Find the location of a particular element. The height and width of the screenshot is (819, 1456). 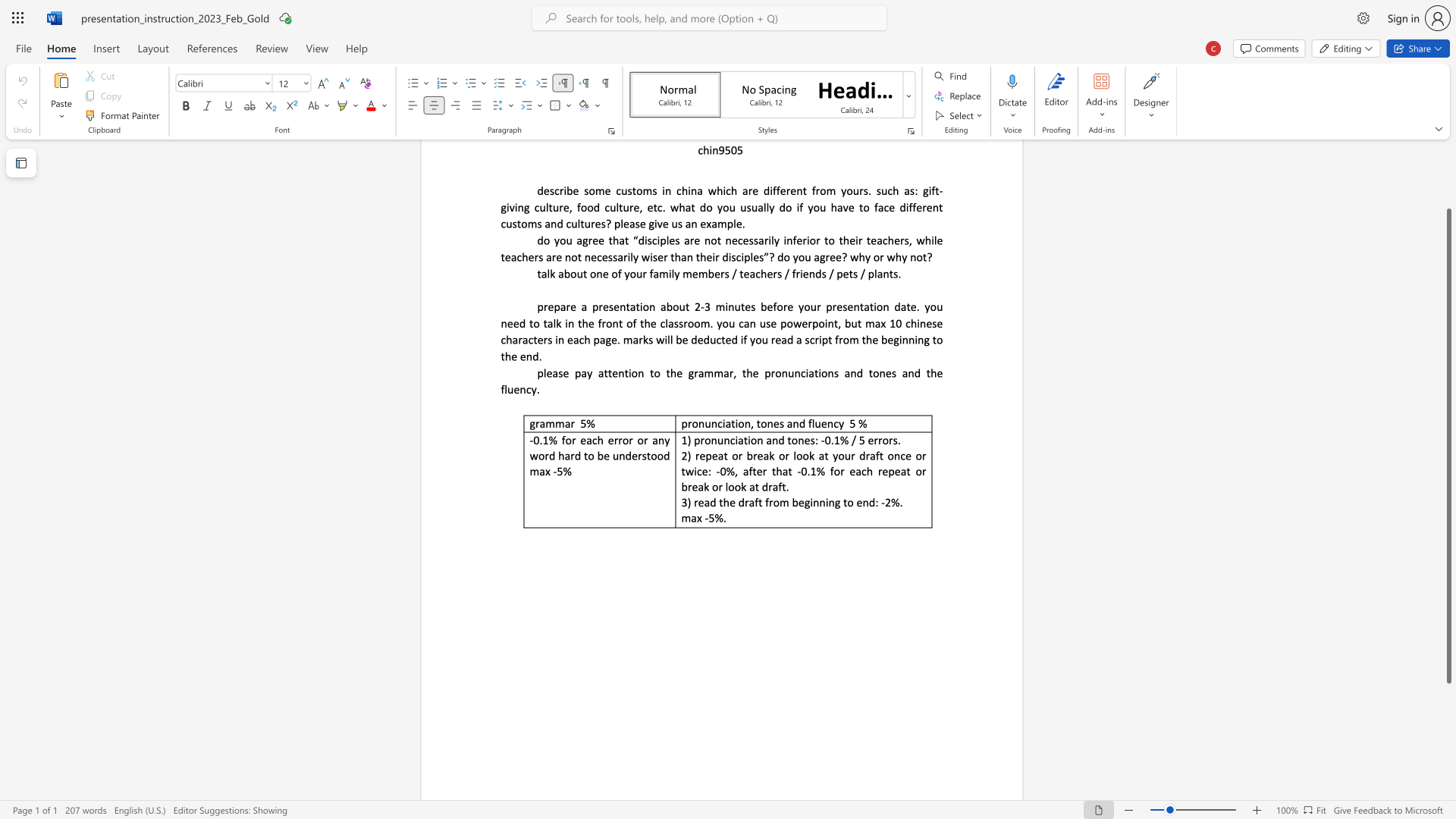

the scrollbar to slide the page up is located at coordinates (1448, 166).